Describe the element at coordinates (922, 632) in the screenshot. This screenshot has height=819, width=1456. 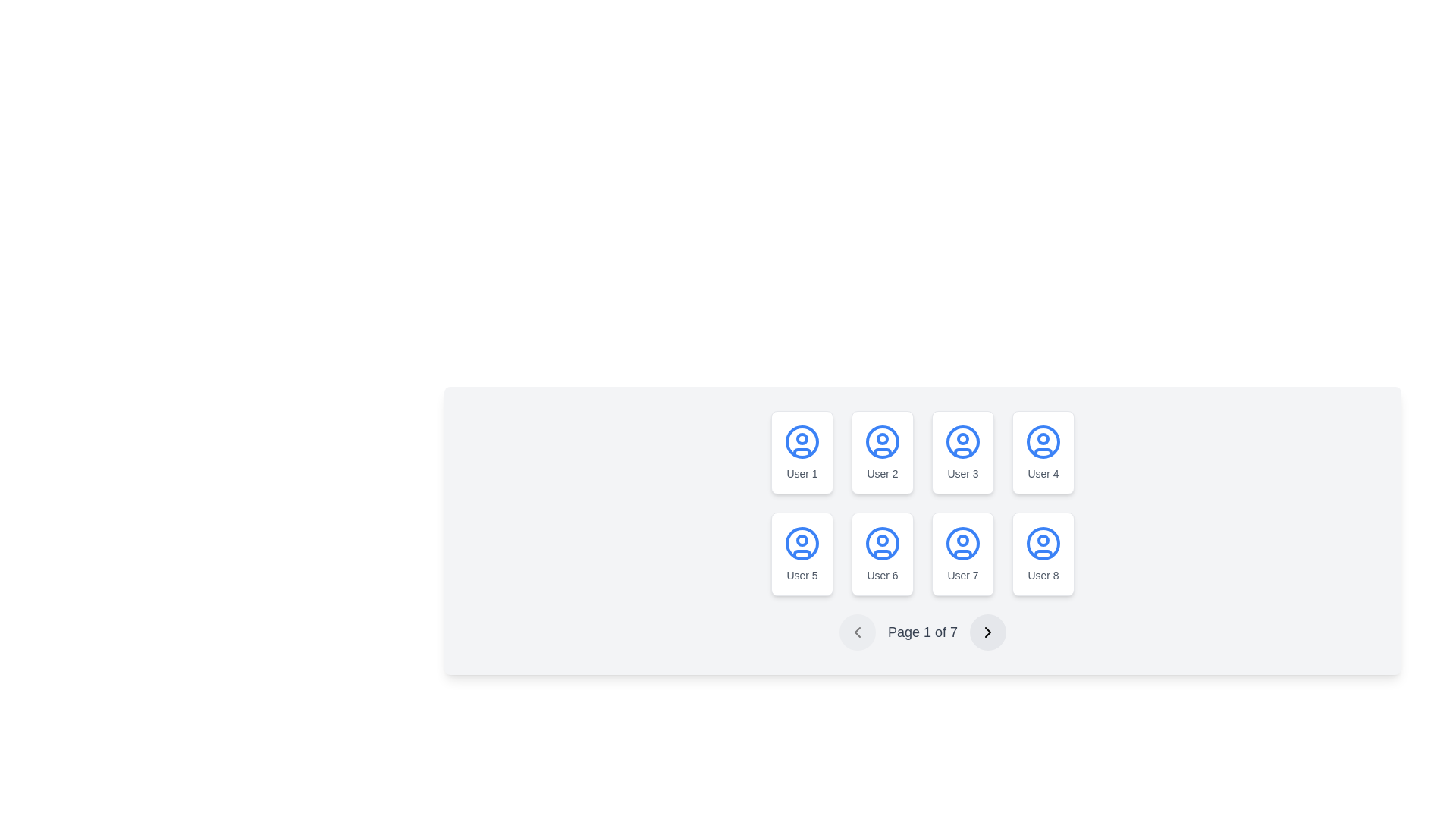
I see `text indicating the current and total pages from the pagination control, which displays 'Page 1 of 7' and is located at the center bottom of the user display grid` at that location.